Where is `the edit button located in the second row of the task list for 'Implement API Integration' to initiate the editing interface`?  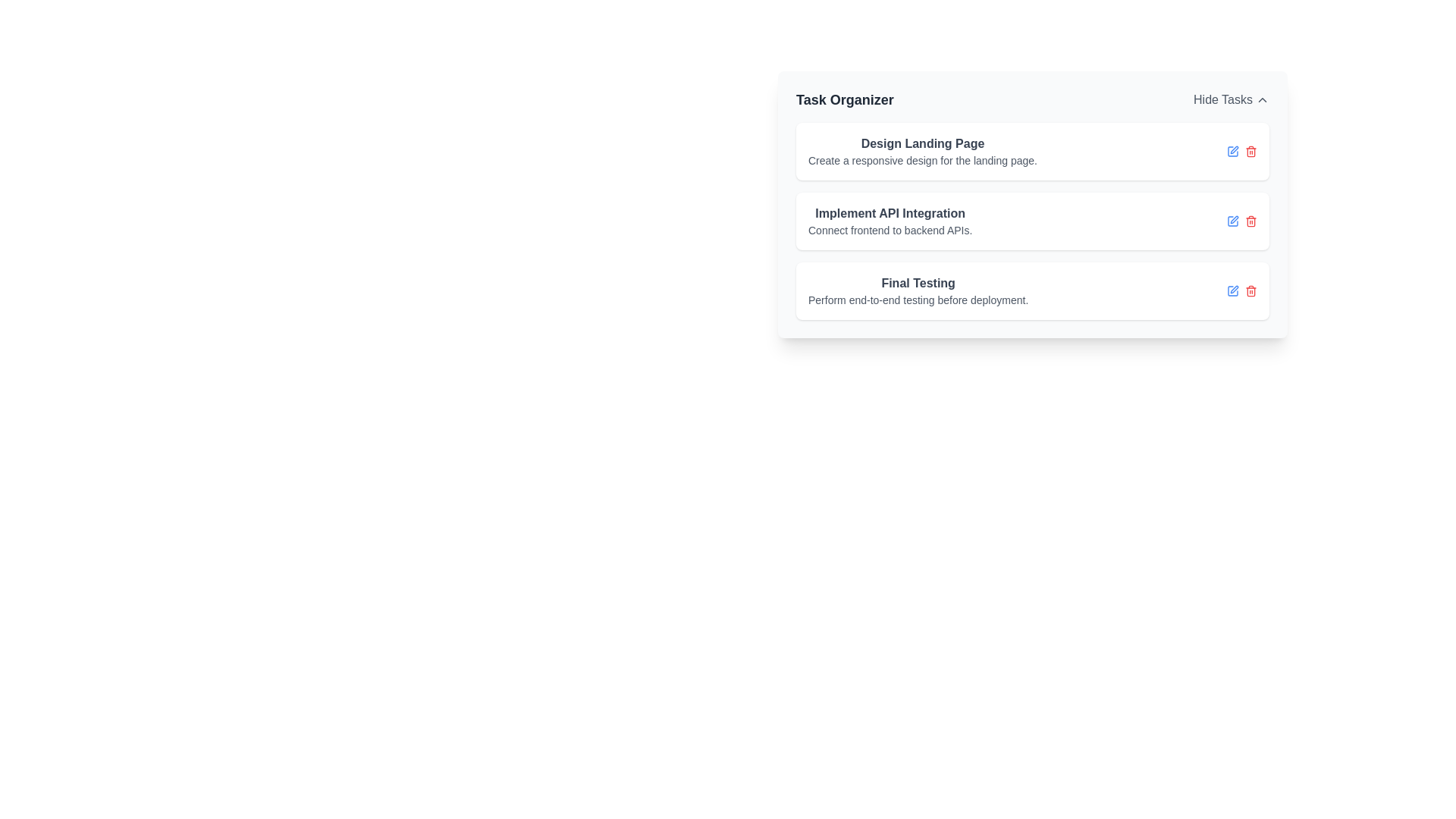
the edit button located in the second row of the task list for 'Implement API Integration' to initiate the editing interface is located at coordinates (1233, 221).